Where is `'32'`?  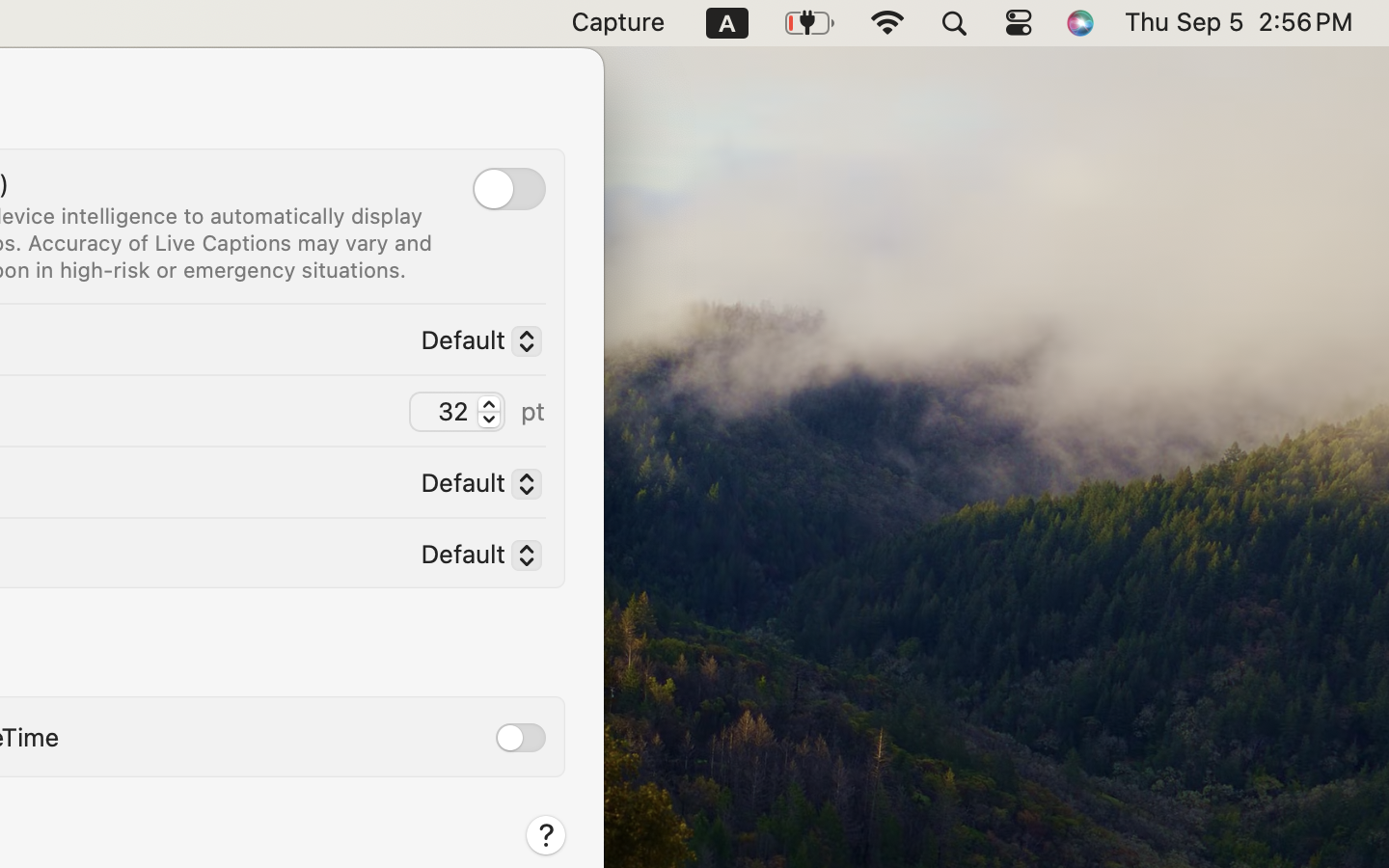 '32' is located at coordinates (457, 411).